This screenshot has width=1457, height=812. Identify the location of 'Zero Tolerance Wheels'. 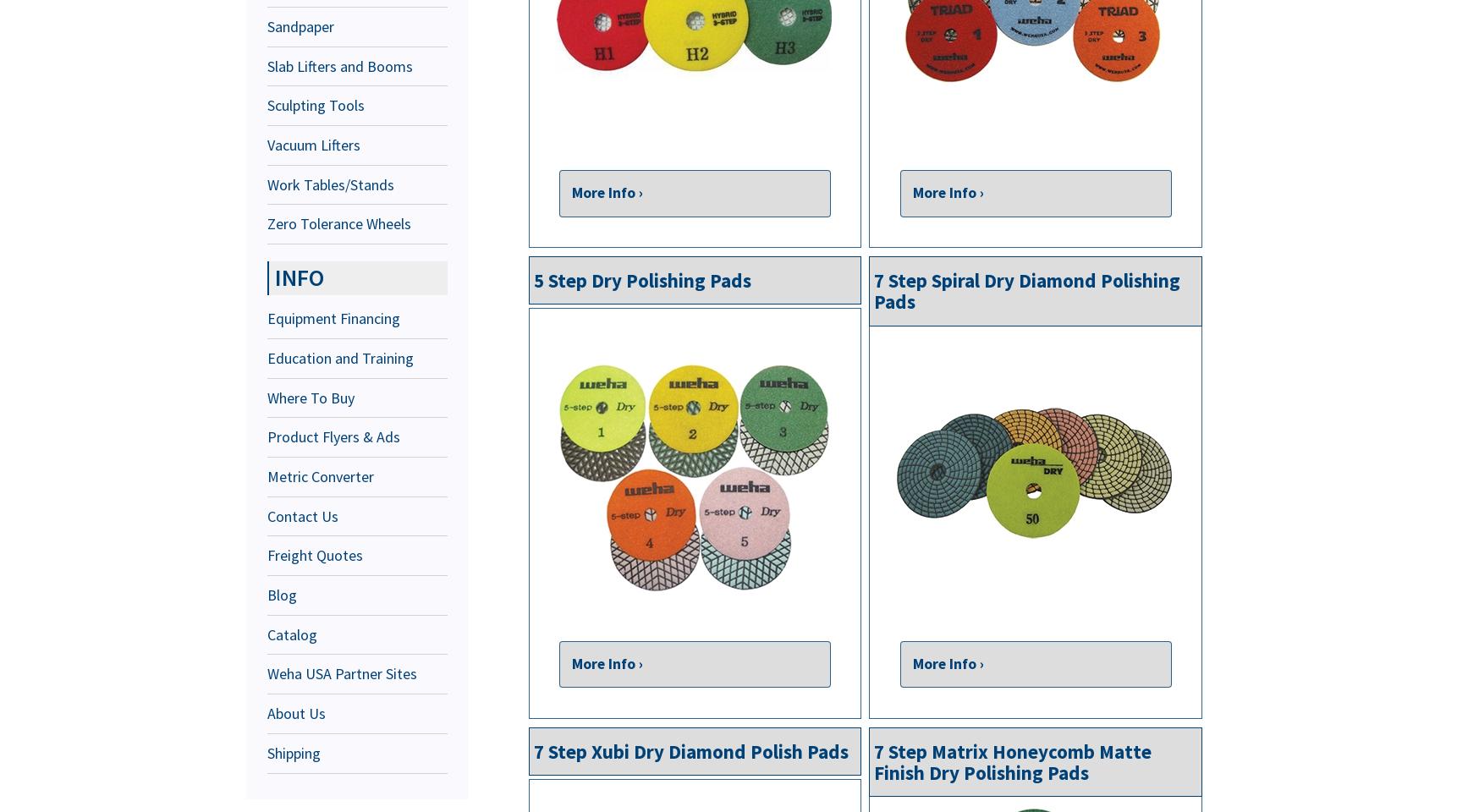
(339, 222).